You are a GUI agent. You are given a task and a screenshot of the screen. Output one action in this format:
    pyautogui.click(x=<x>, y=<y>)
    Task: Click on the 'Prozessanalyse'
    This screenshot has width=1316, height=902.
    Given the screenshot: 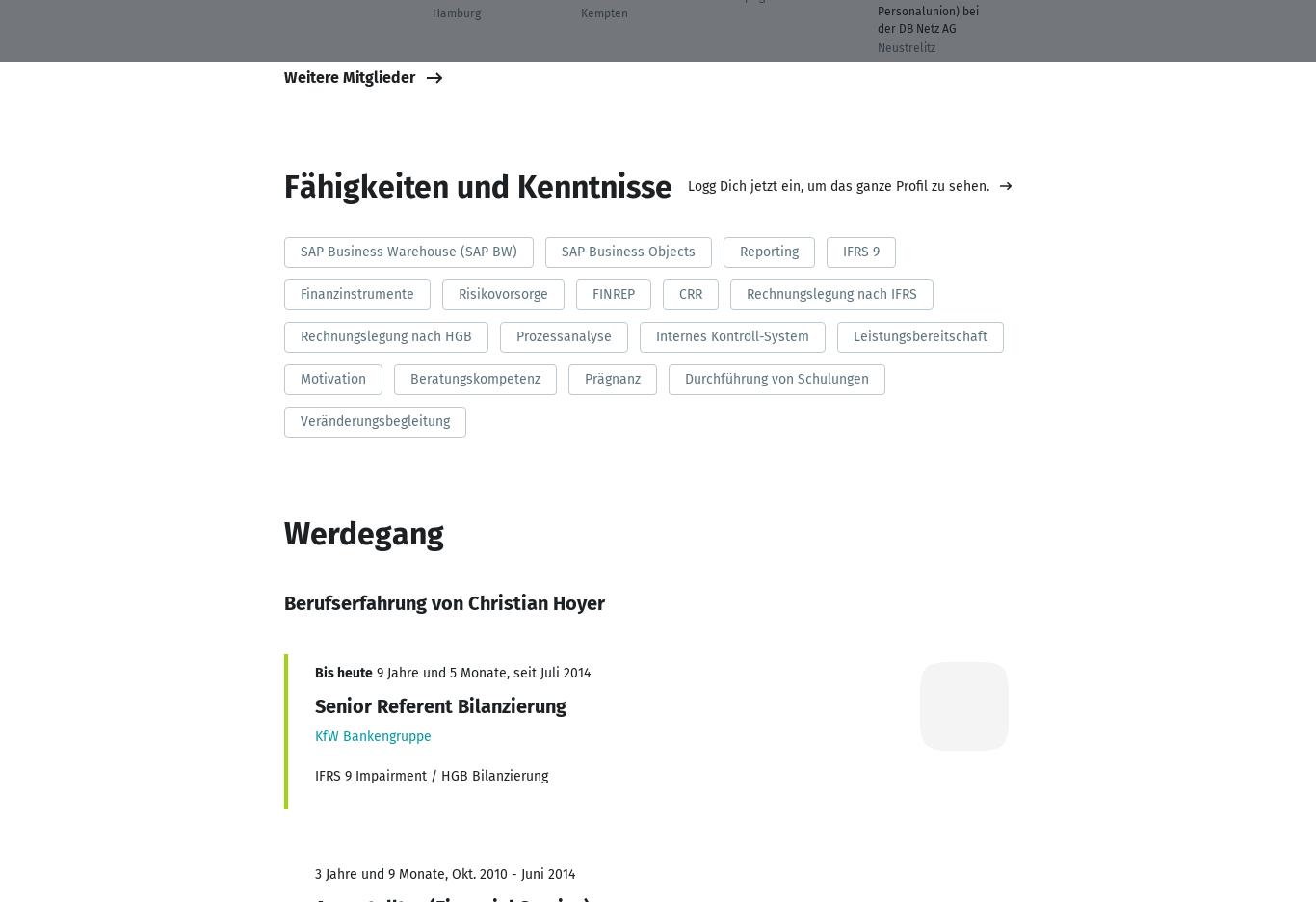 What is the action you would take?
    pyautogui.click(x=562, y=334)
    